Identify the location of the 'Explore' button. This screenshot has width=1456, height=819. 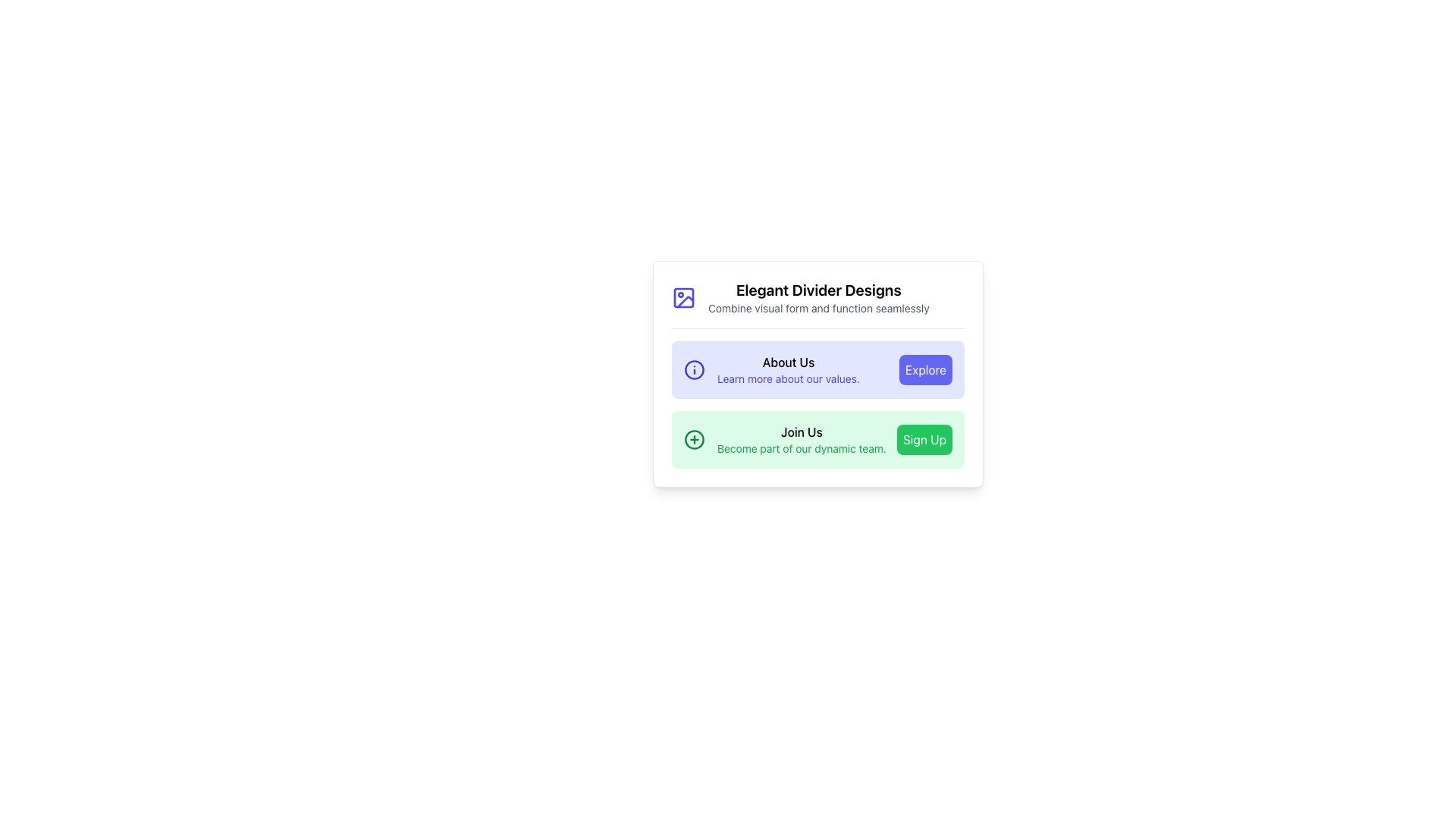
(924, 370).